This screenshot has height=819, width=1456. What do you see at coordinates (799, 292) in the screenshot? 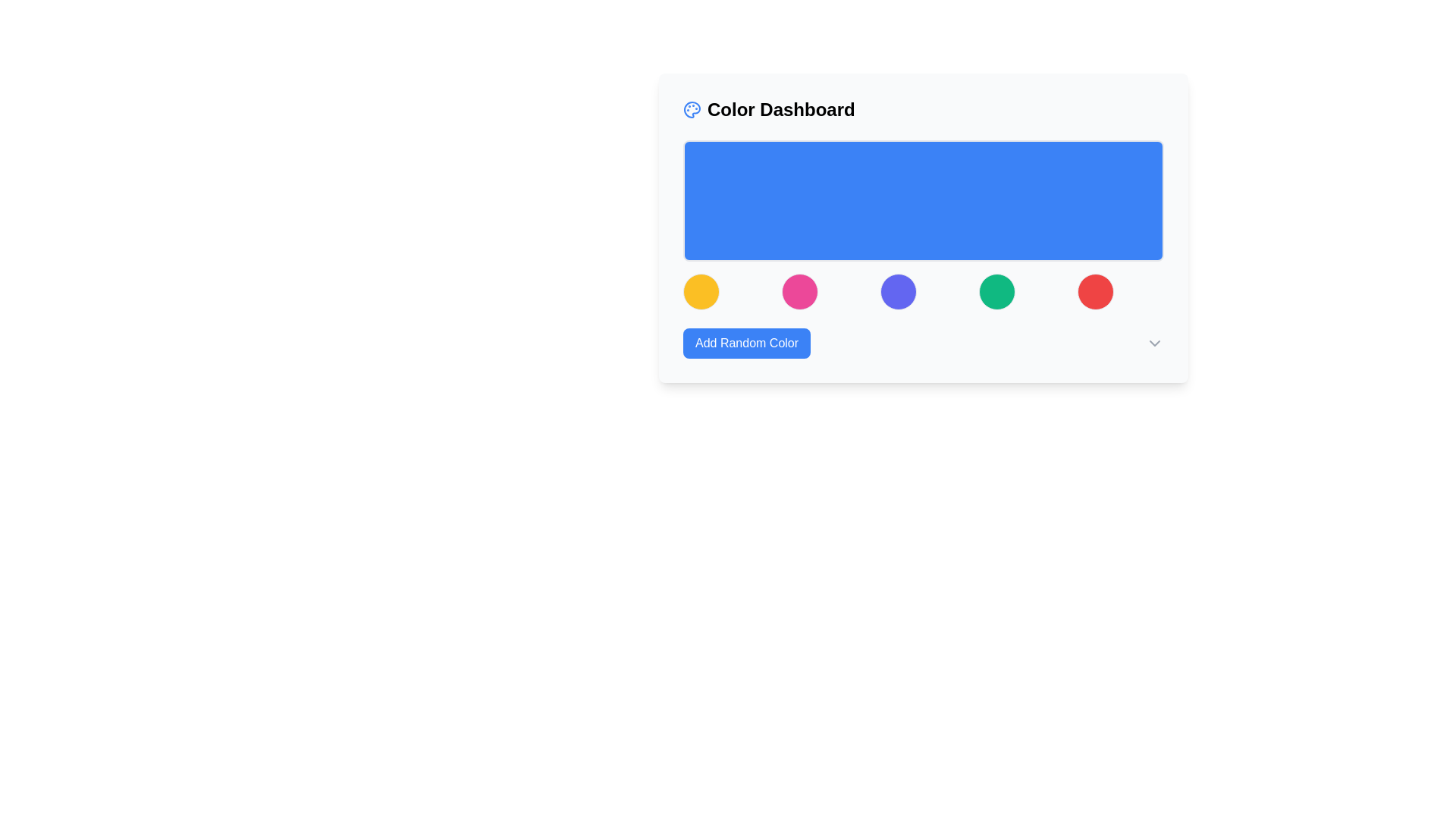
I see `the circular button with a vibrant pink background, which is the second from the left in a row of five circles located below a large blue rectangle` at bounding box center [799, 292].